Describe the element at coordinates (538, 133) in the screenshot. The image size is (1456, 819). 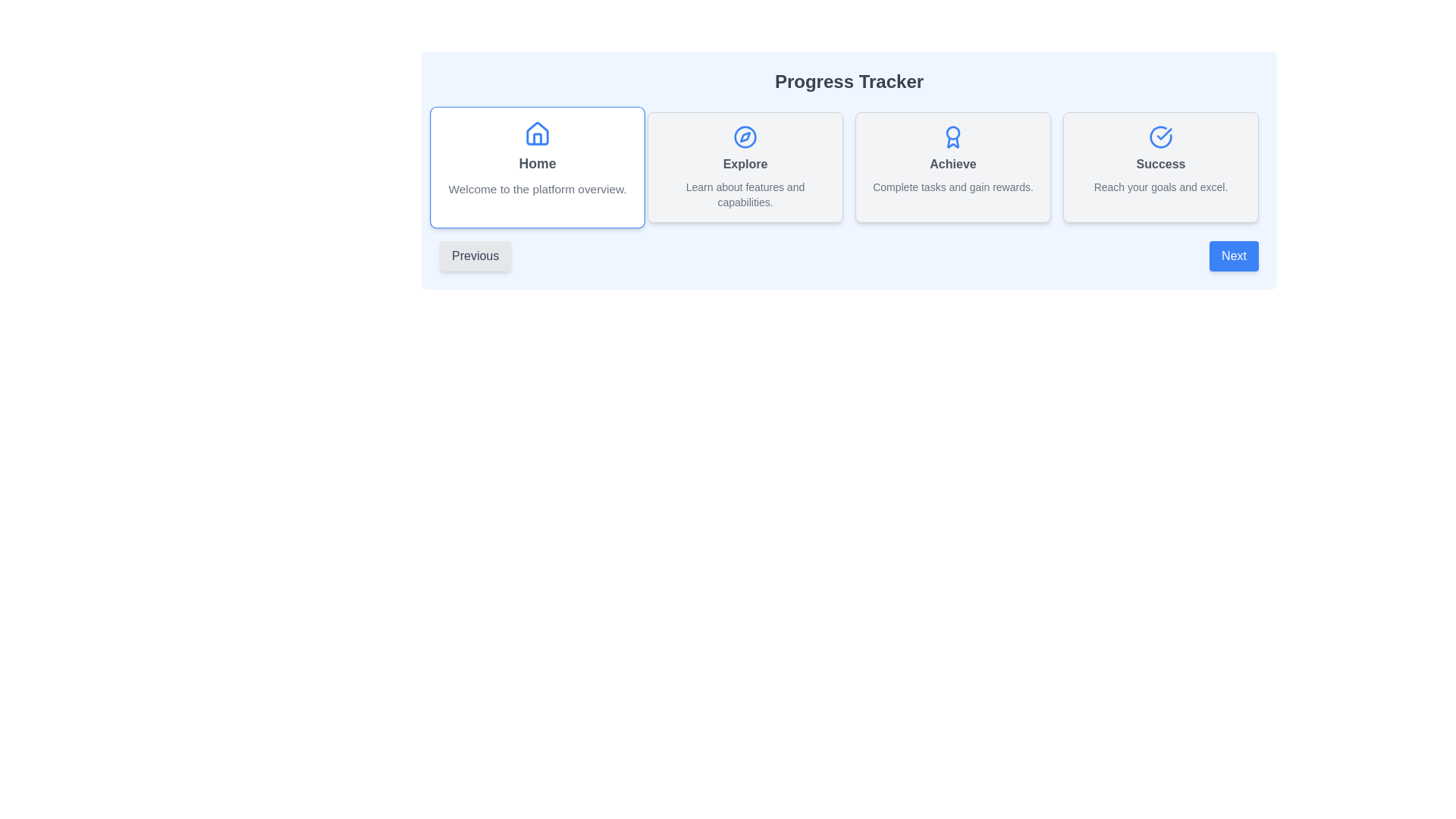
I see `the Decorative Icon shaped like a house, which is located above the 'Home' text label in the navigation card` at that location.